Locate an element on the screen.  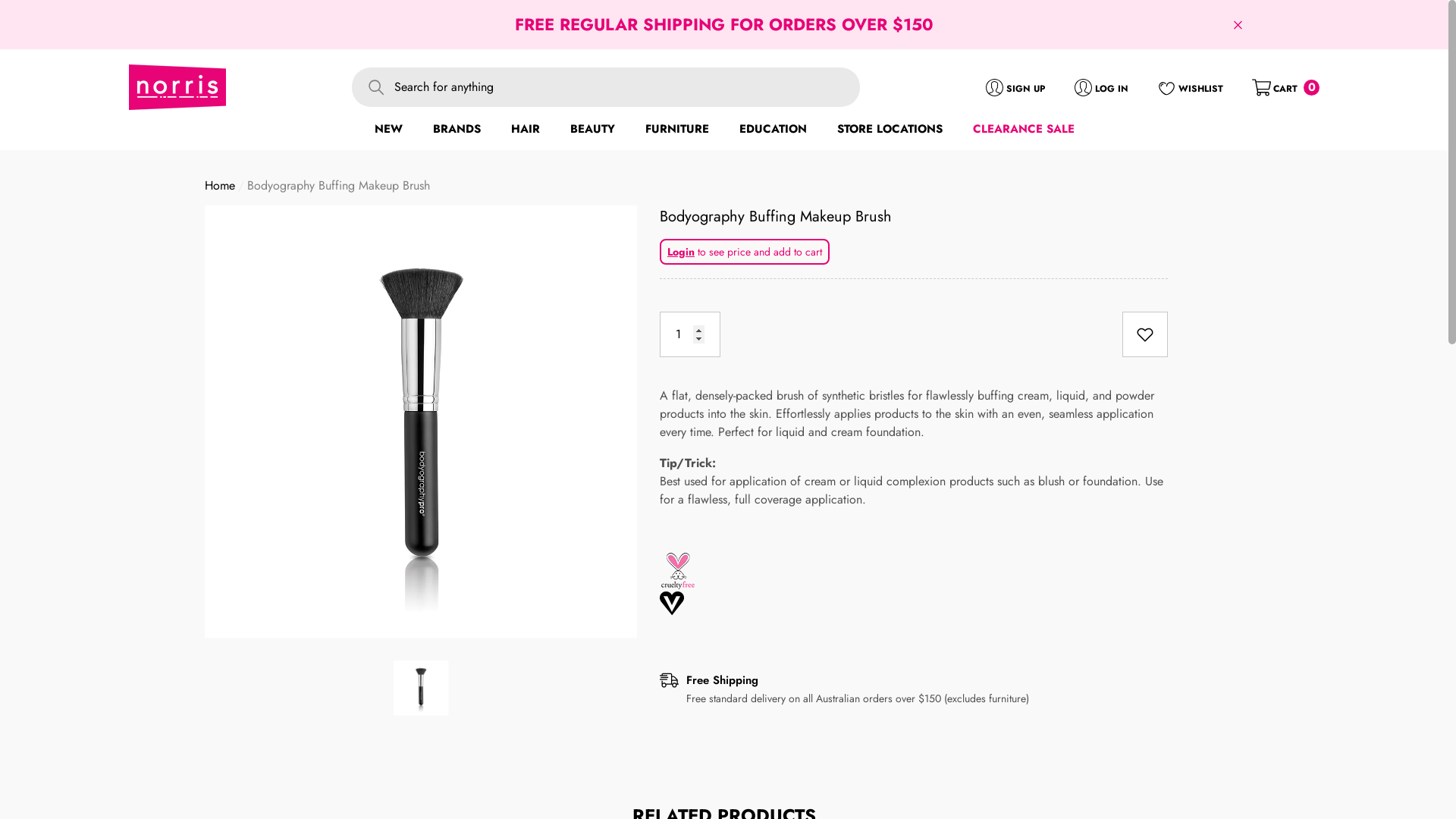
'EDUCATION' is located at coordinates (723, 129).